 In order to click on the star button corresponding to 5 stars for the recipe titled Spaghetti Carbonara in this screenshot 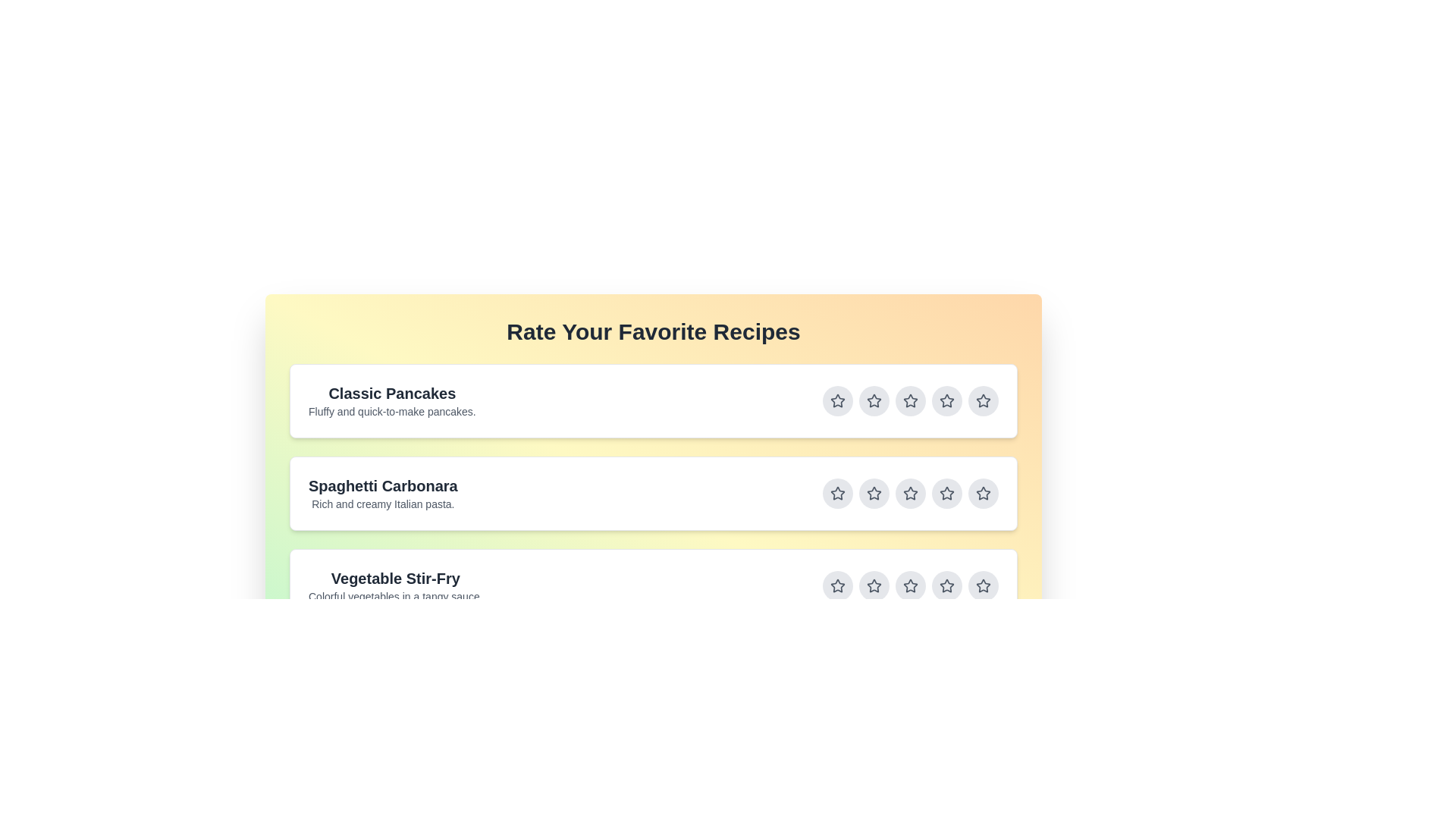, I will do `click(983, 494)`.